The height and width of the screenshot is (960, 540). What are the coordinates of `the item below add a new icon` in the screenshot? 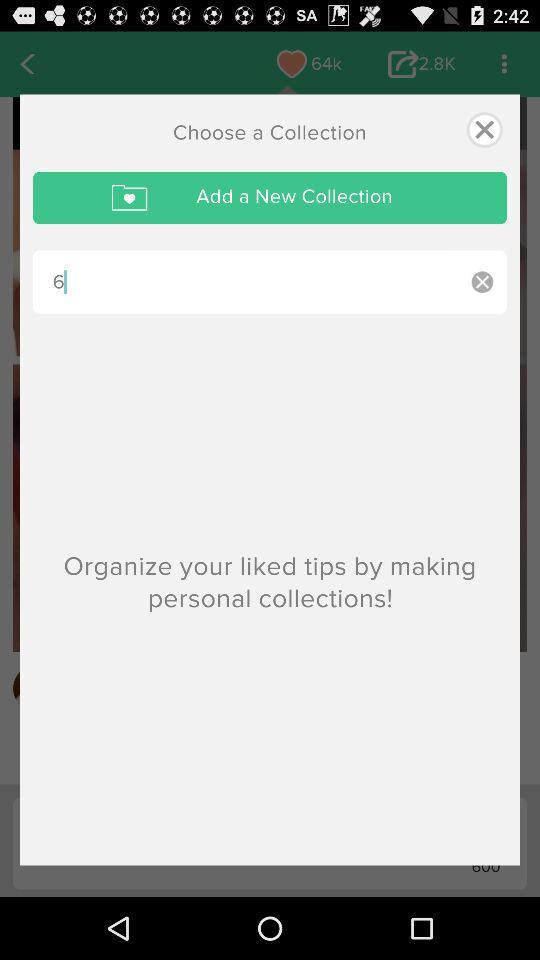 It's located at (481, 281).